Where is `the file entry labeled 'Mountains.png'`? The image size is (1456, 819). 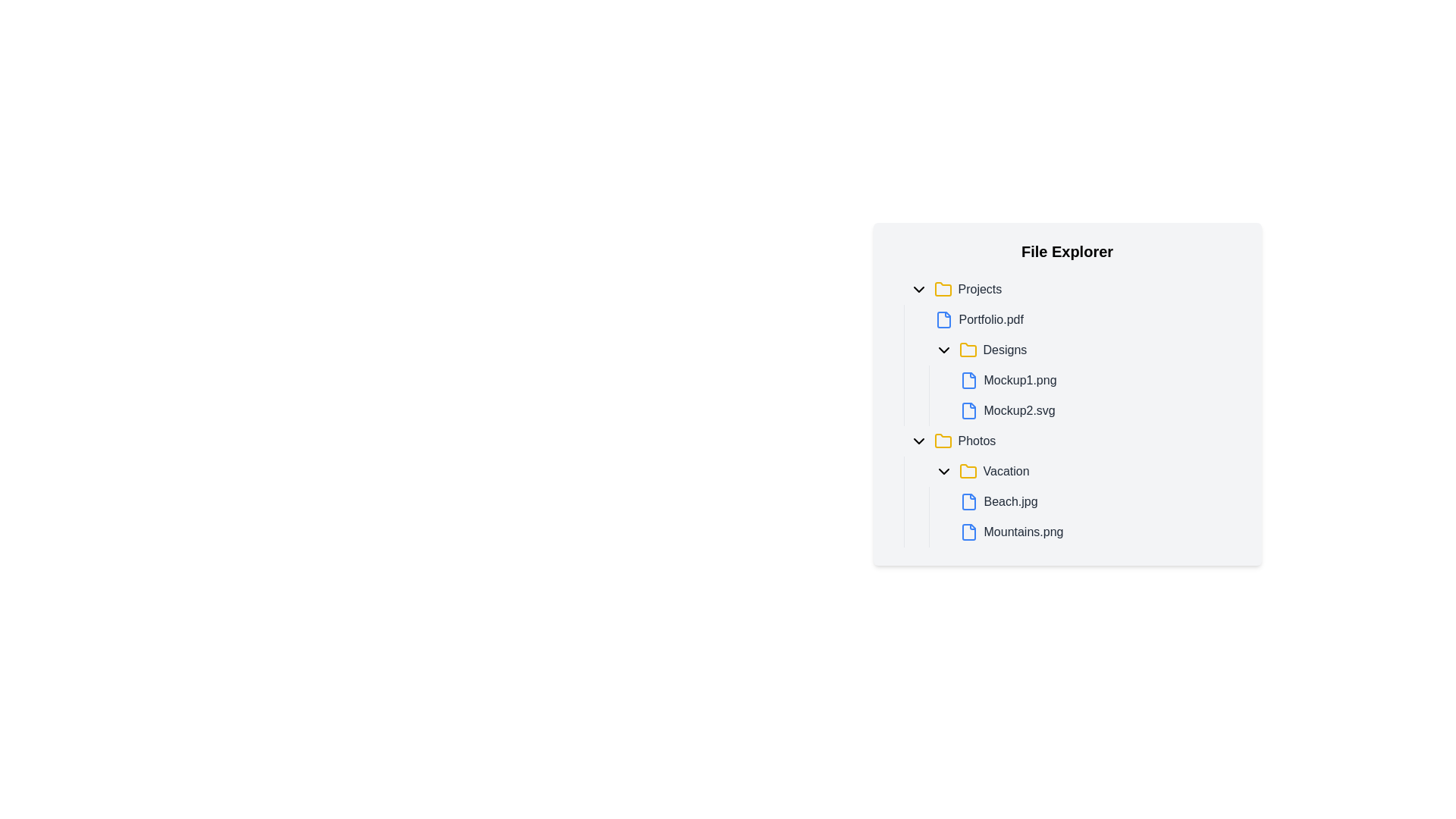
the file entry labeled 'Mountains.png' is located at coordinates (1098, 532).